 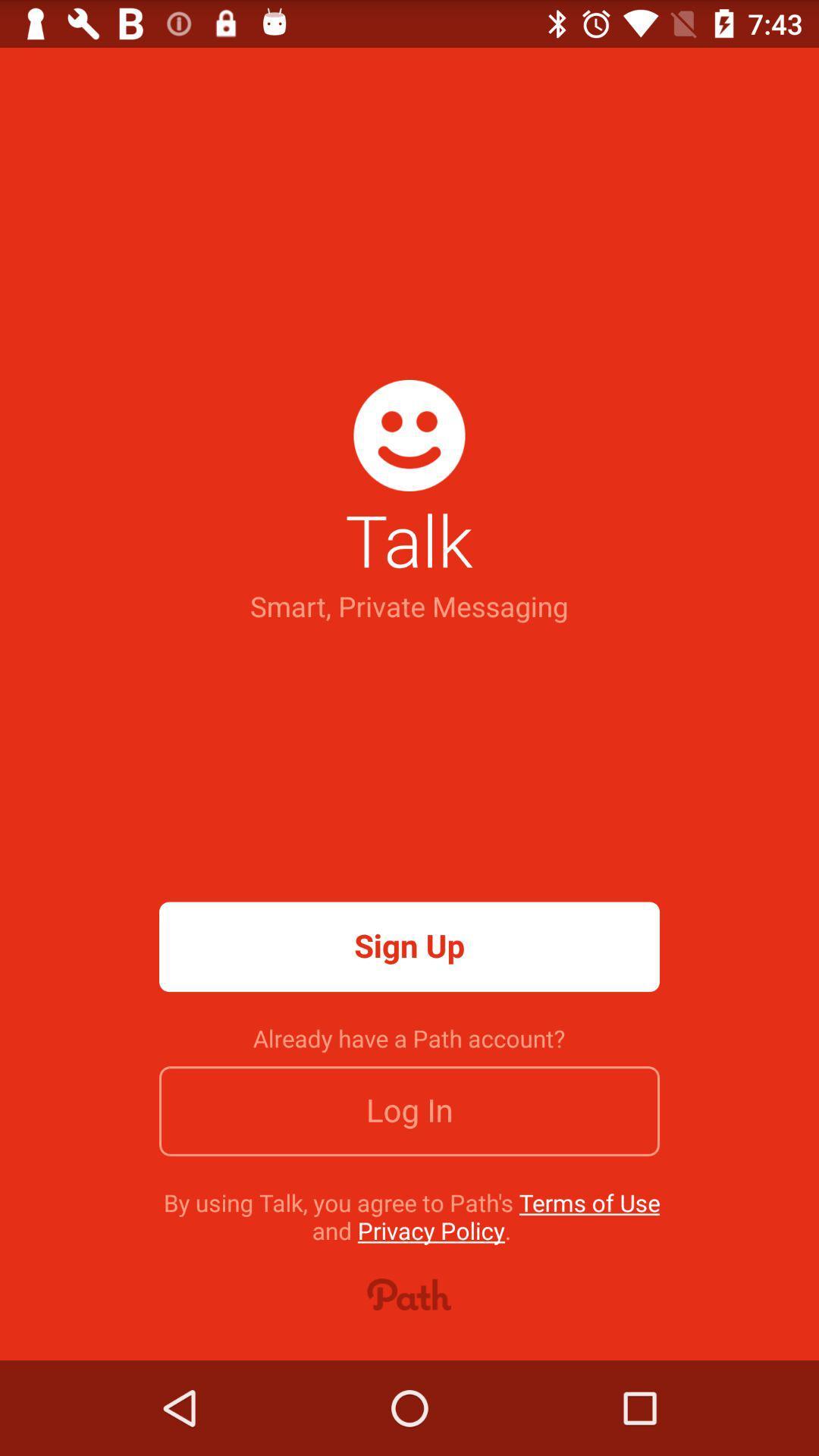 I want to click on icon below the already have a, so click(x=409, y=1111).